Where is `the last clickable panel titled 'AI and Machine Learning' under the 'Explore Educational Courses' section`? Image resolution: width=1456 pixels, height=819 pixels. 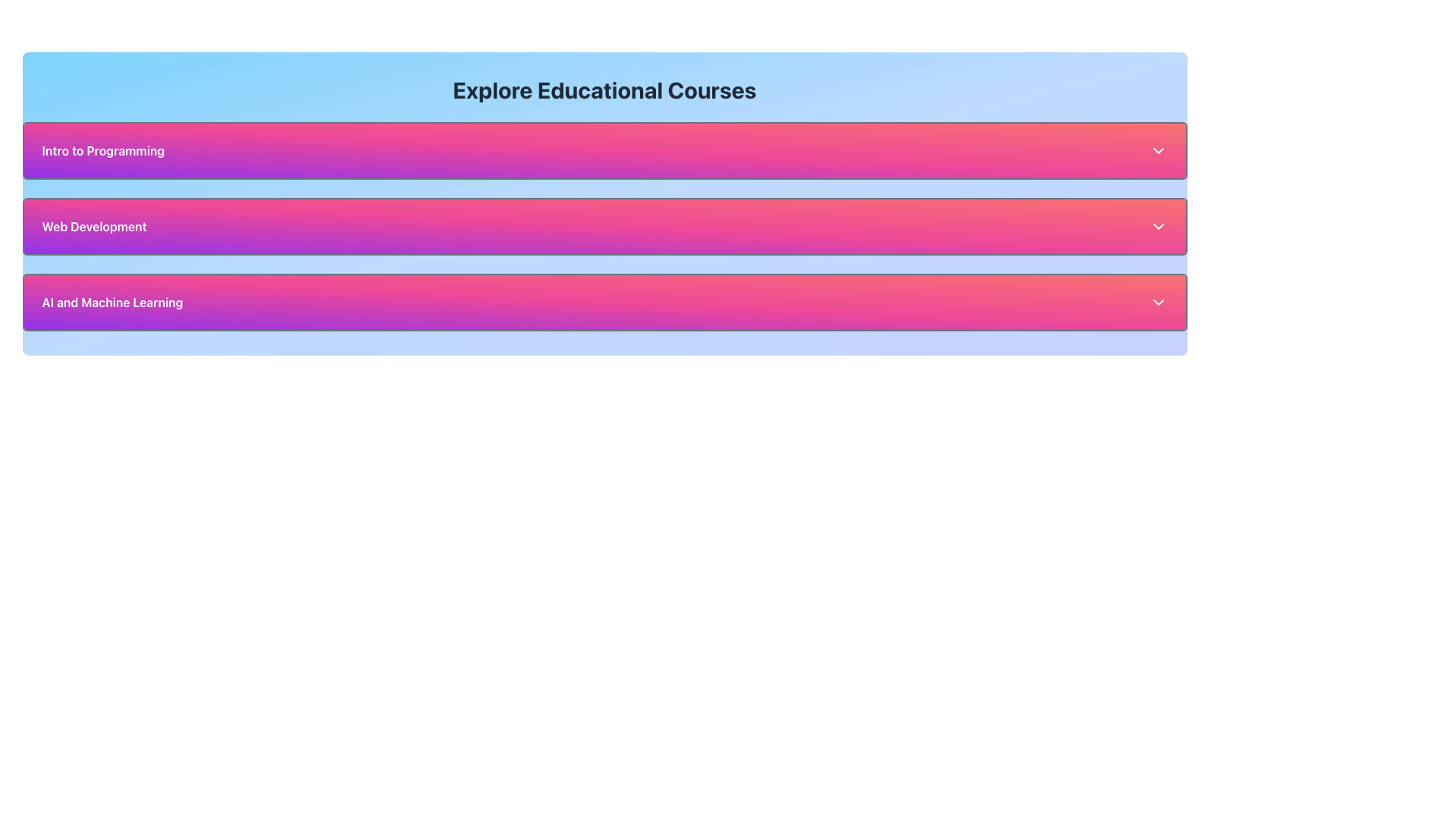 the last clickable panel titled 'AI and Machine Learning' under the 'Explore Educational Courses' section is located at coordinates (604, 302).